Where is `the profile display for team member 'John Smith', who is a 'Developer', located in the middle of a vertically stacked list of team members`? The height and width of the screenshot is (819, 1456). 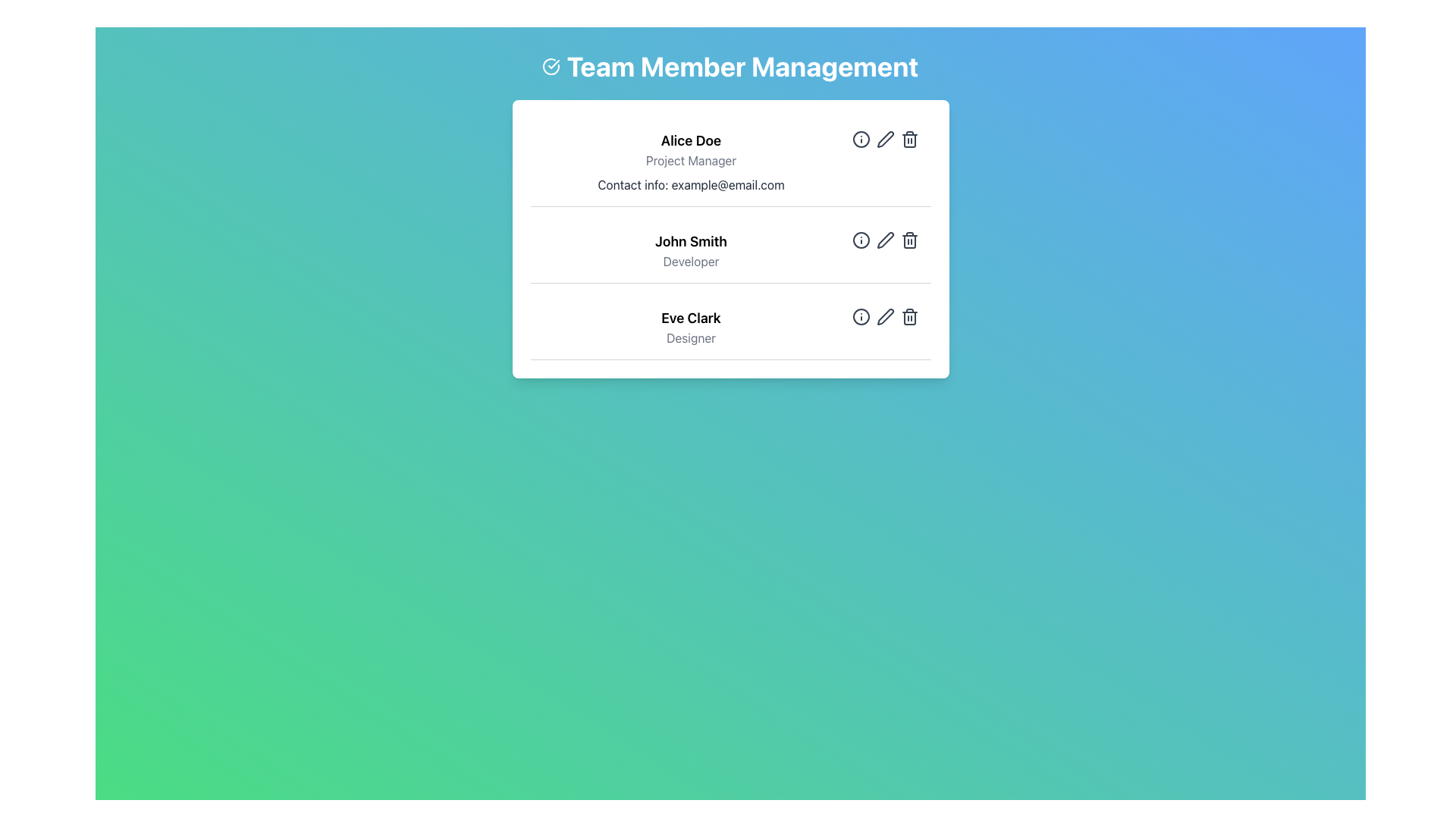
the profile display for team member 'John Smith', who is a 'Developer', located in the middle of a vertically stacked list of team members is located at coordinates (730, 250).